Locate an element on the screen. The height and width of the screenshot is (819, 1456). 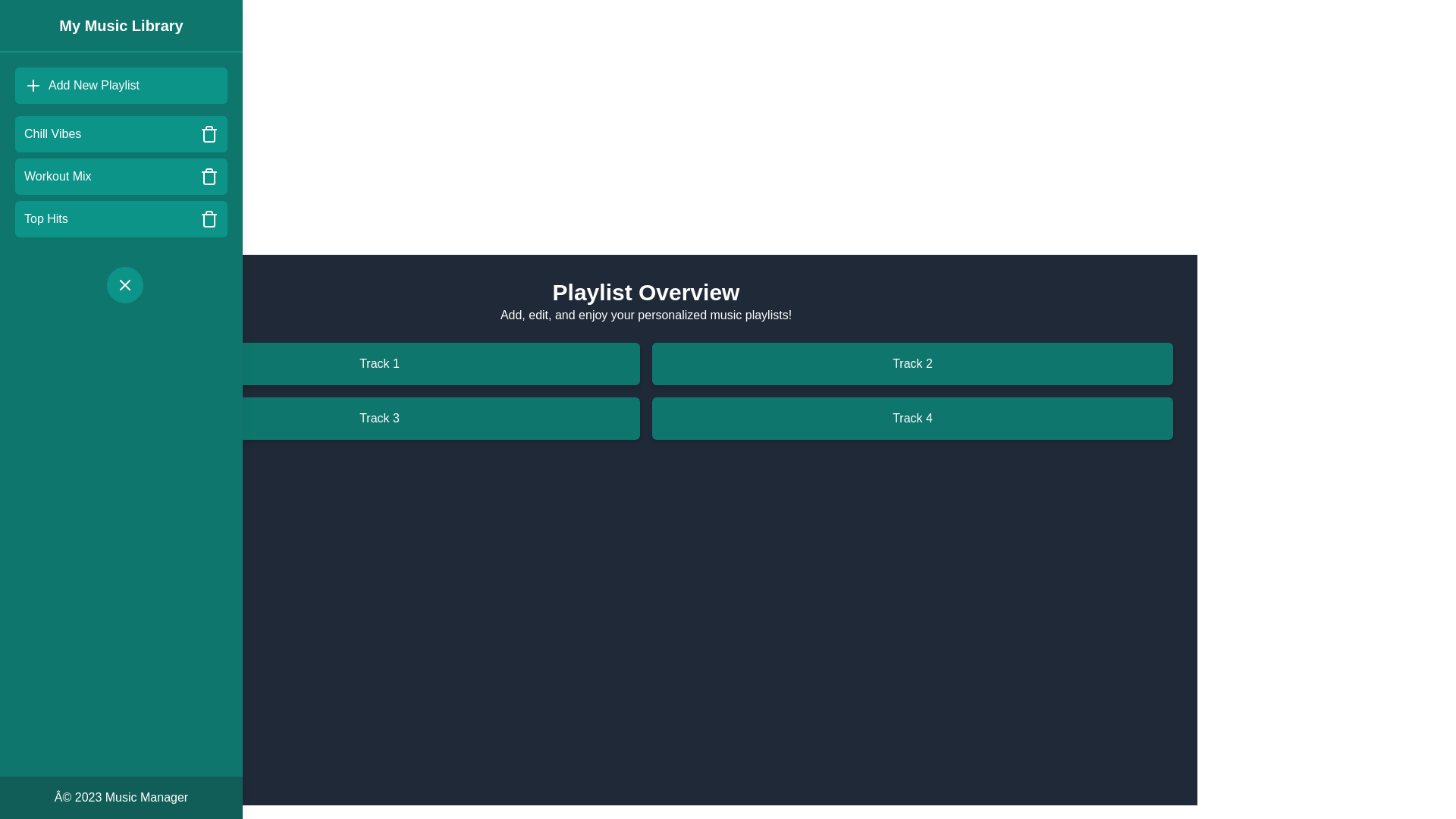
the 'Top Hits' playlist button in the left sidebar is located at coordinates (120, 219).